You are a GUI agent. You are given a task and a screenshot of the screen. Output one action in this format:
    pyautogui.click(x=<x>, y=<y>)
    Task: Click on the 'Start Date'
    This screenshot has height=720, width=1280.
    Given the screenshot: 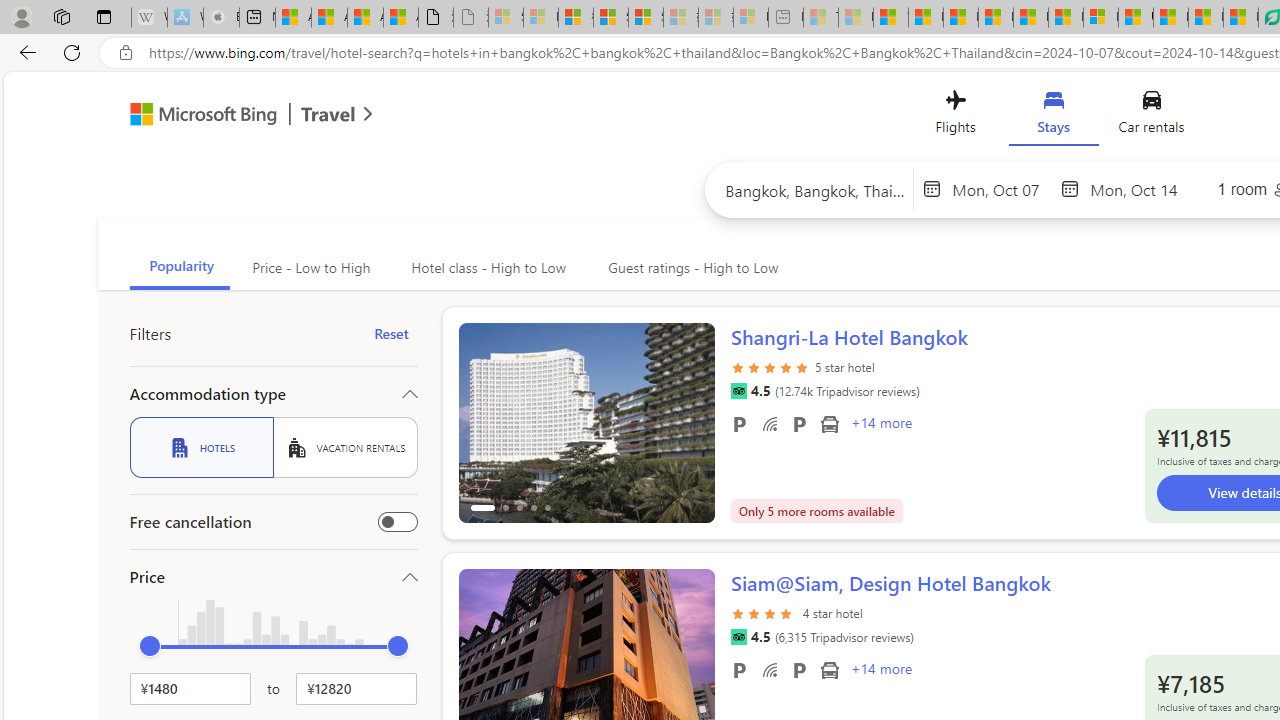 What is the action you would take?
    pyautogui.click(x=1001, y=189)
    